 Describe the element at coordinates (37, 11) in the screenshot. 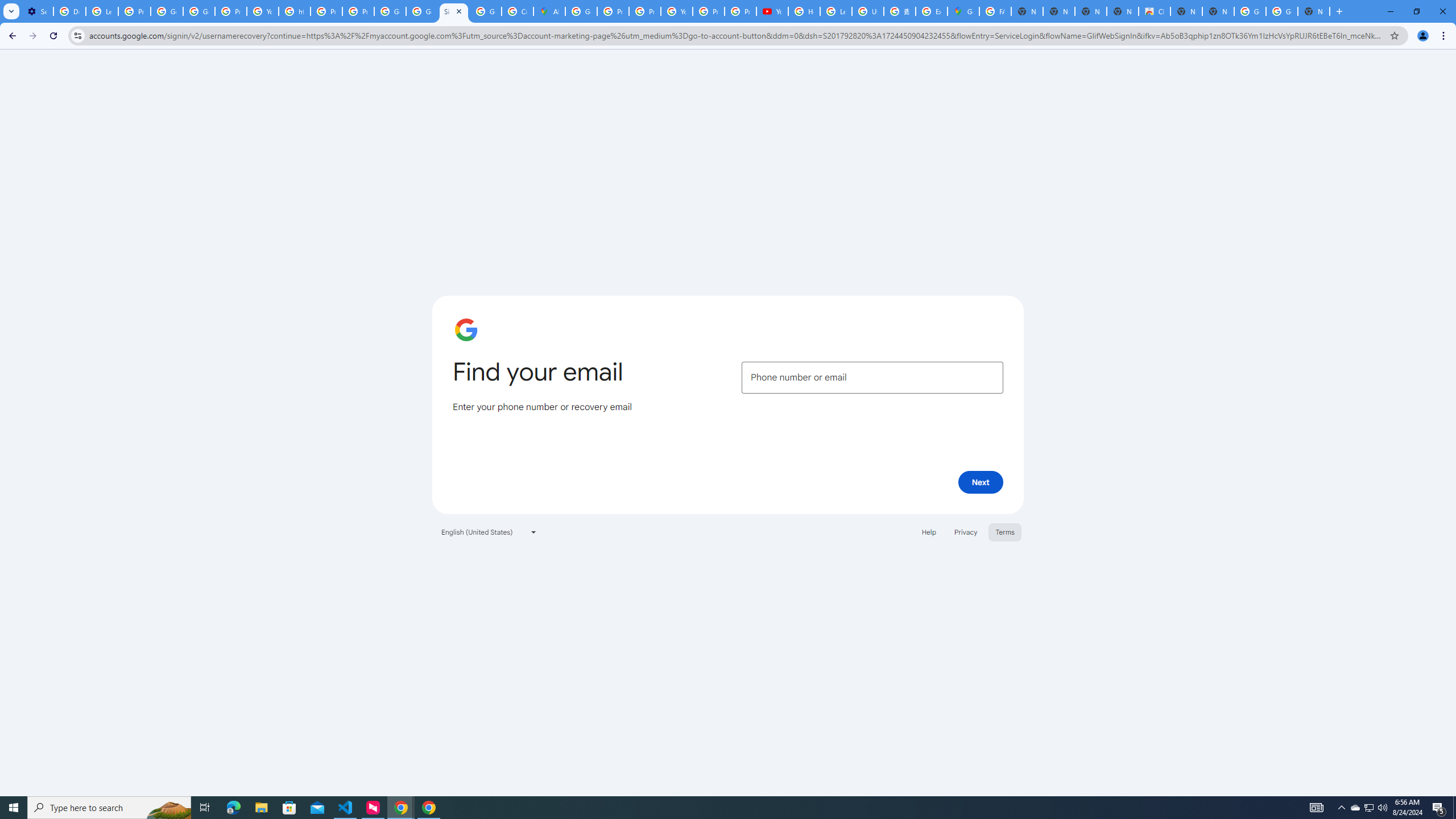

I see `'Settings - On startup'` at that location.